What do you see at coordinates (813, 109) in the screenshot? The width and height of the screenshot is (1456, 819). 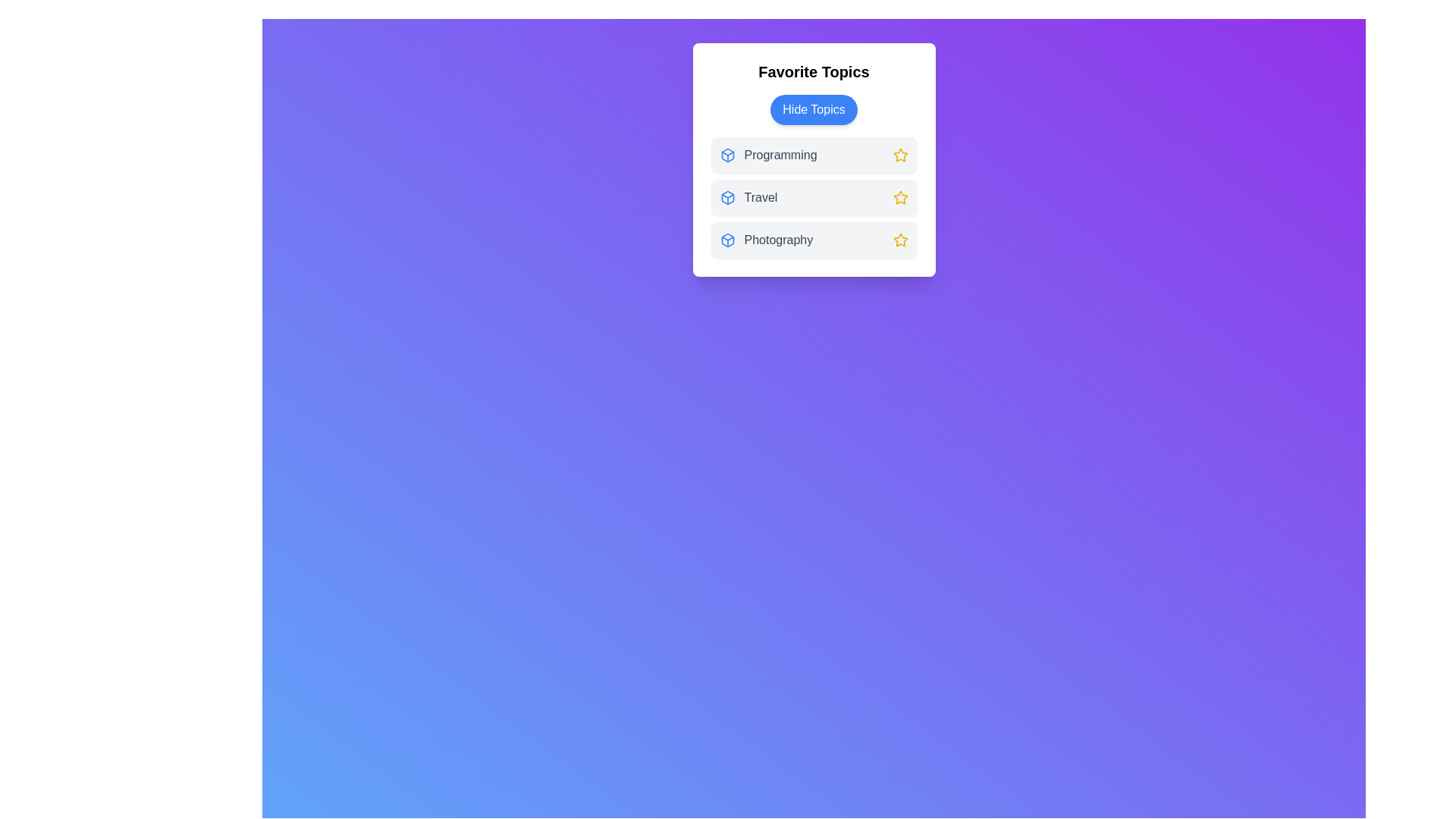 I see `the button located below the title 'Favorite Topics' to hide the list of topics displayed below it` at bounding box center [813, 109].